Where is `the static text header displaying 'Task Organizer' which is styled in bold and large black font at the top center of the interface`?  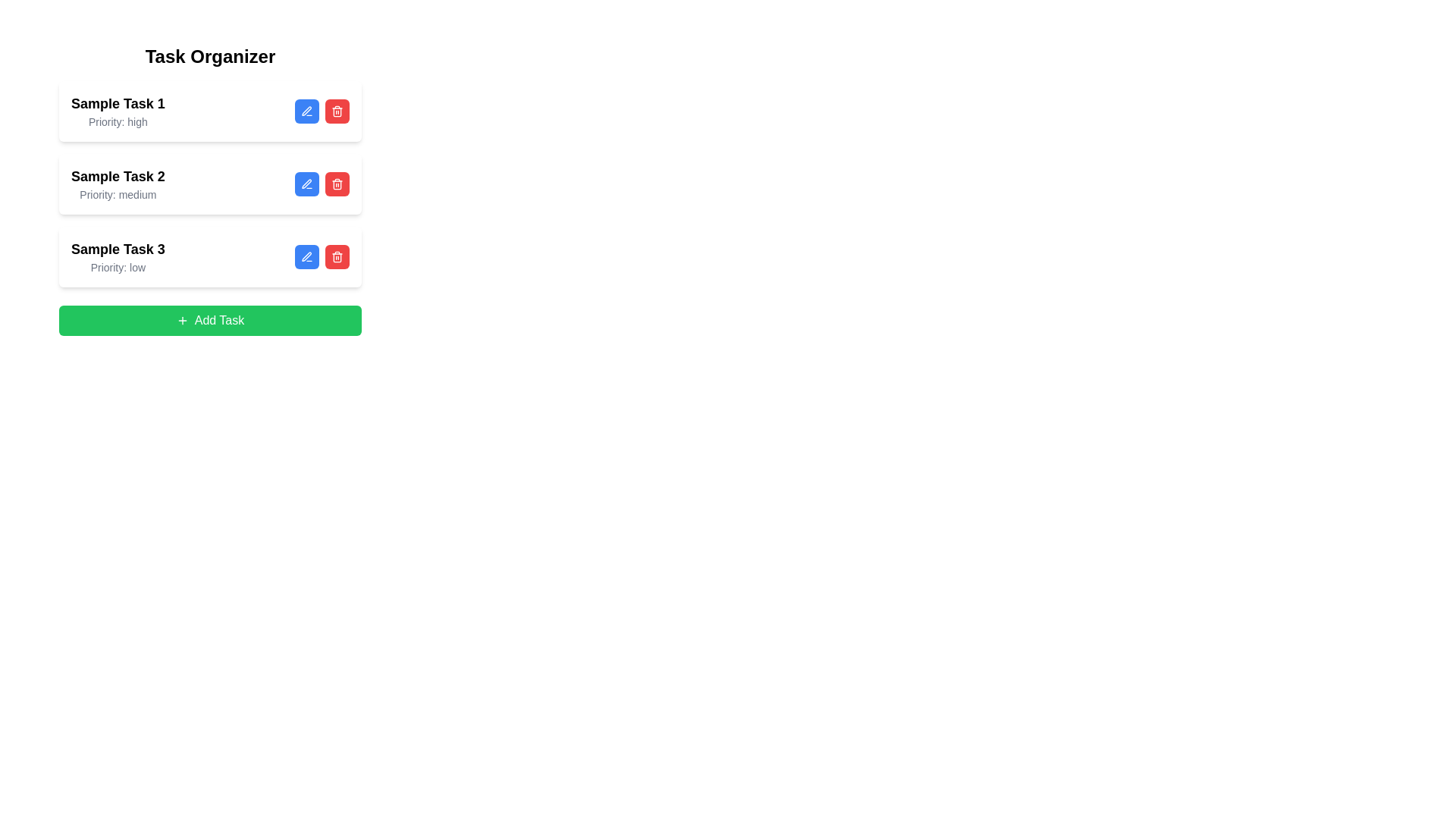 the static text header displaying 'Task Organizer' which is styled in bold and large black font at the top center of the interface is located at coordinates (209, 55).